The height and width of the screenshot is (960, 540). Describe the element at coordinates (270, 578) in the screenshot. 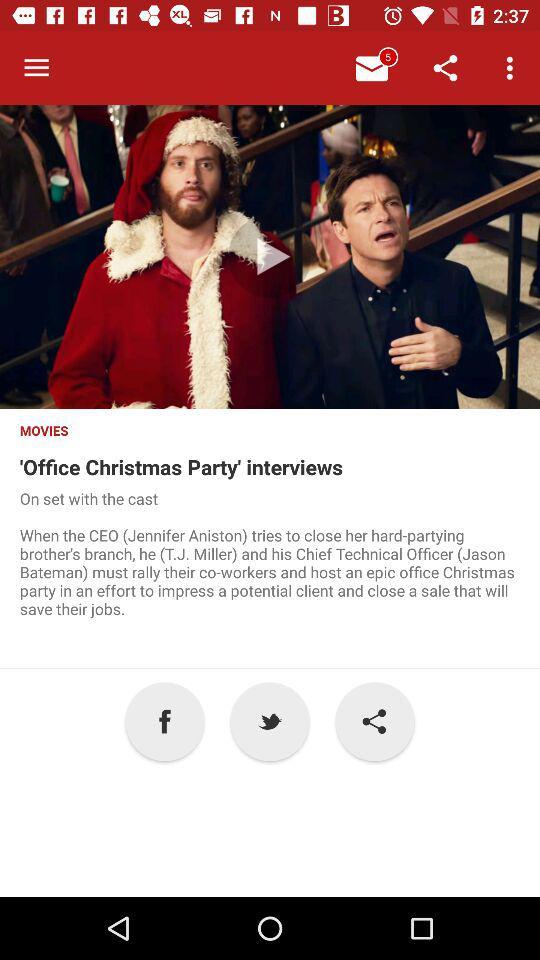

I see `item above a item` at that location.